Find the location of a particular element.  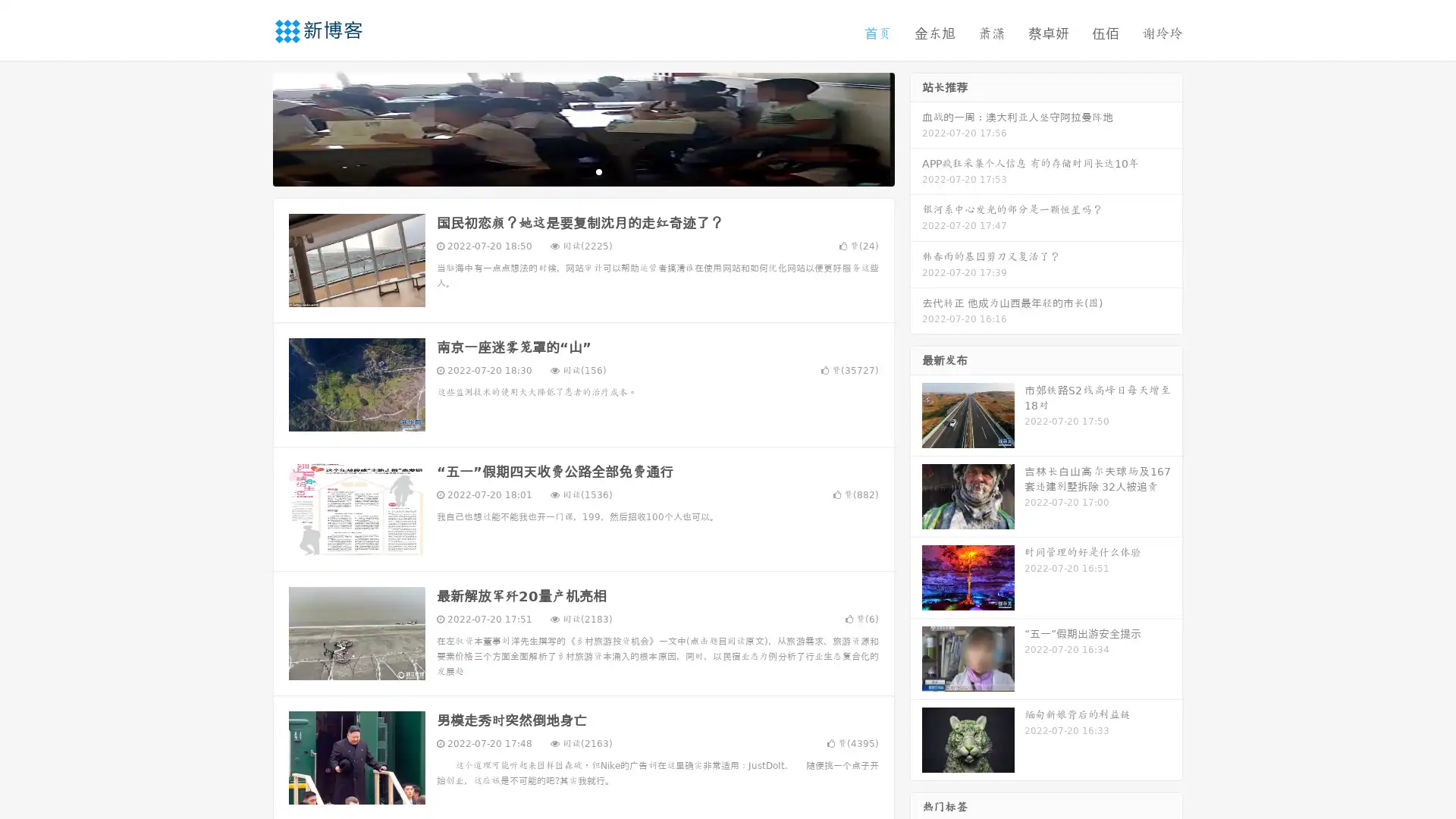

Go to slide 1 is located at coordinates (567, 171).